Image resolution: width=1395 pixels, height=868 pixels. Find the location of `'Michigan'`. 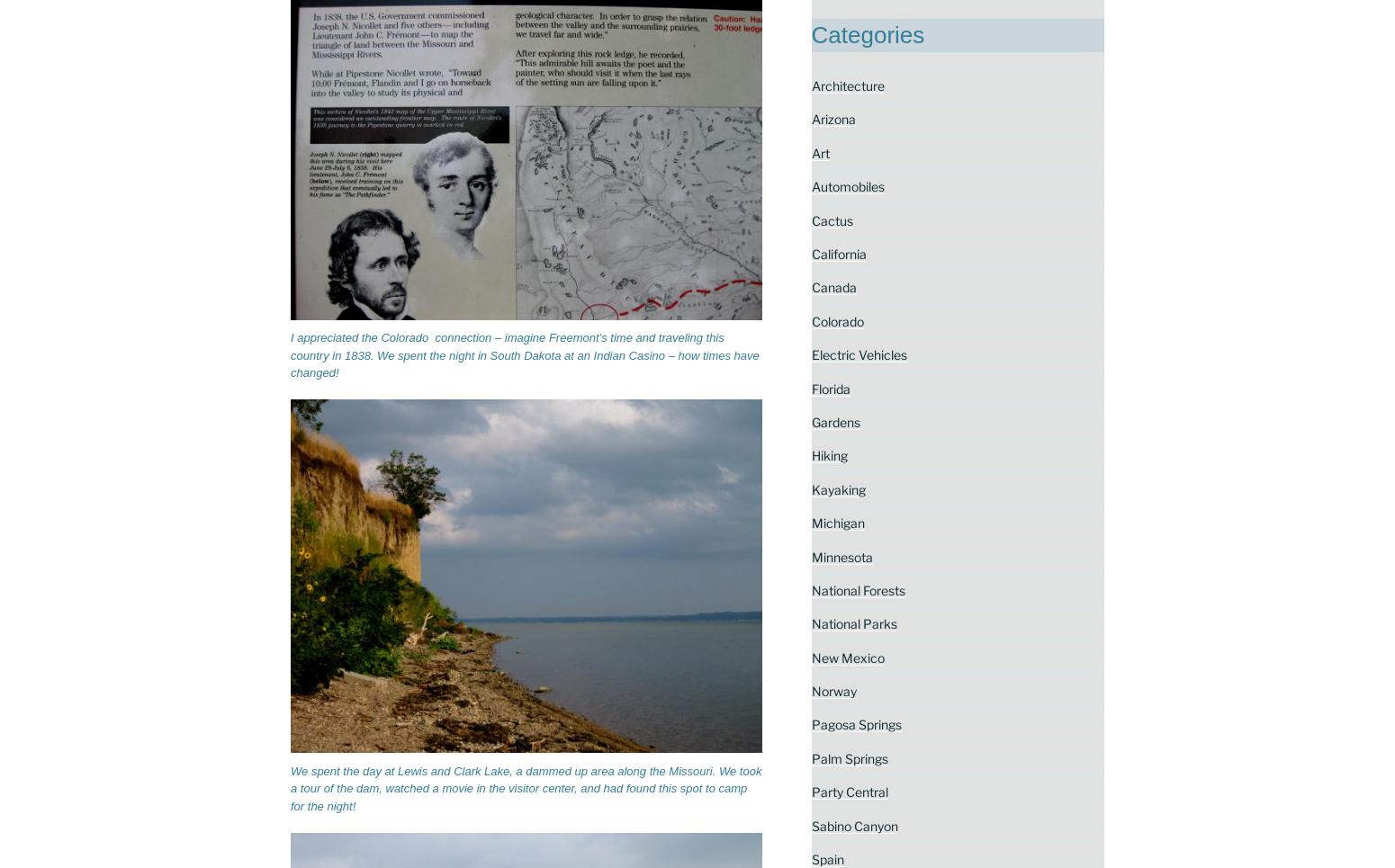

'Michigan' is located at coordinates (837, 523).